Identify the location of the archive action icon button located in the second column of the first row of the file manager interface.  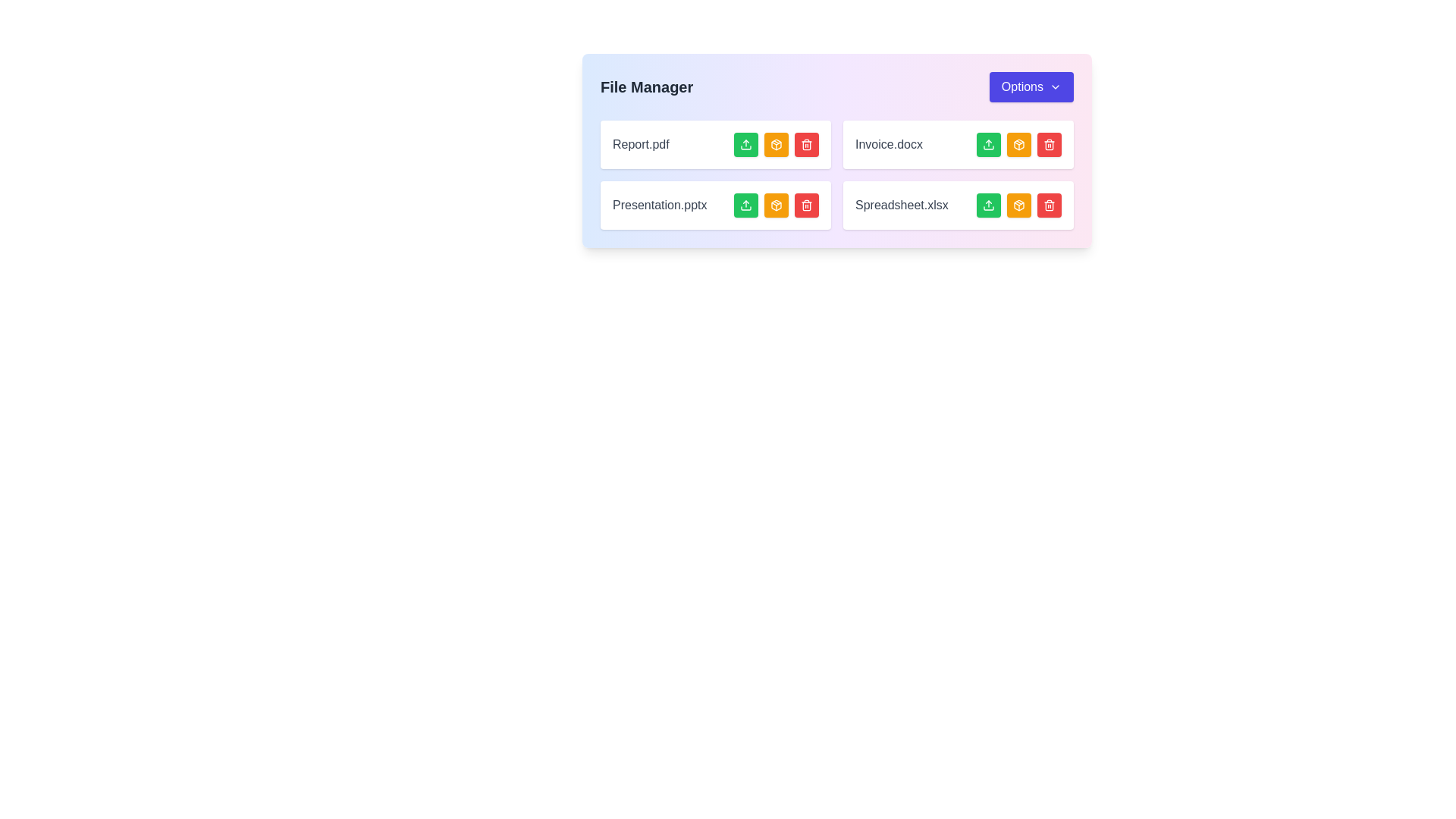
(776, 145).